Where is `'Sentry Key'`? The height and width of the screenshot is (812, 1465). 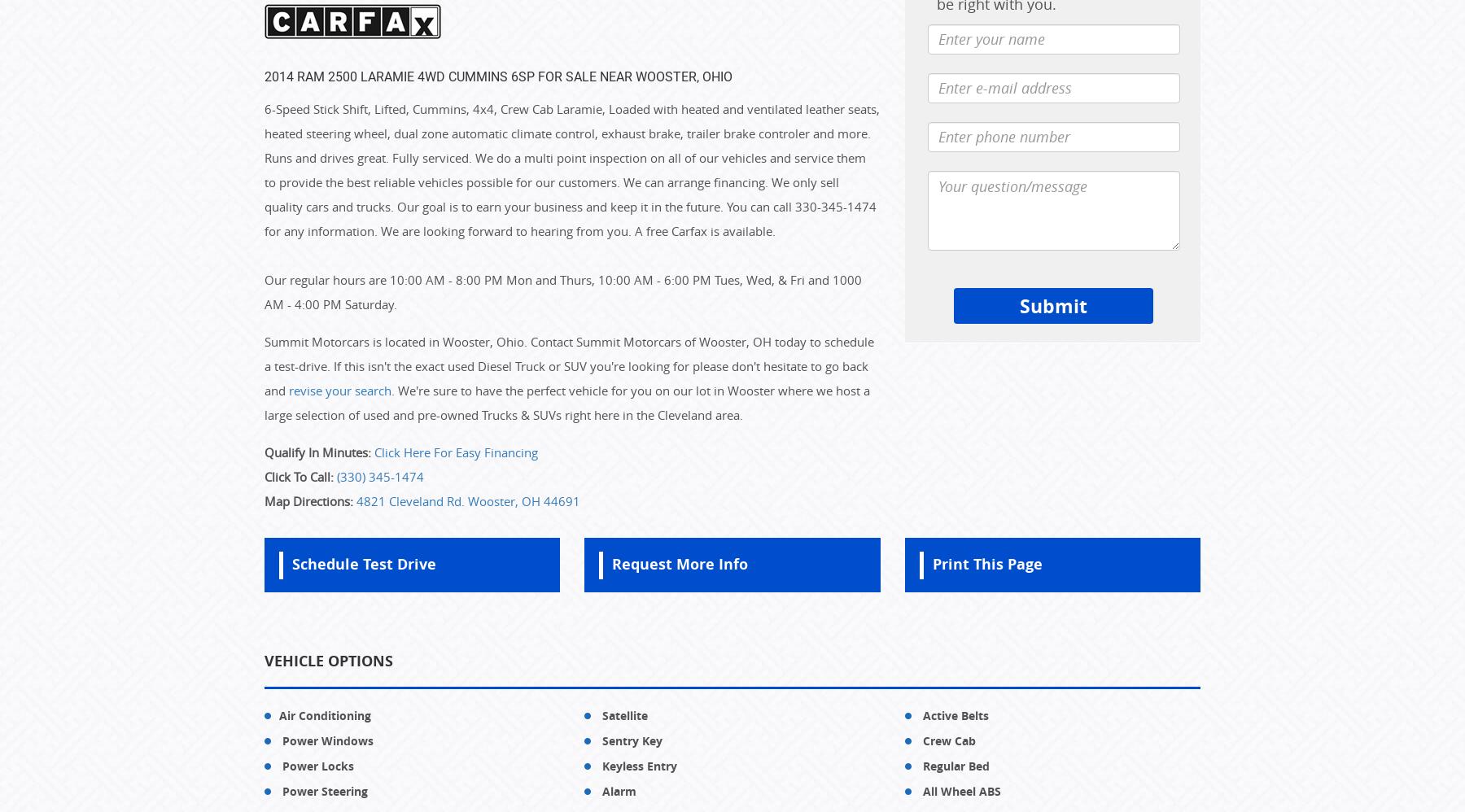 'Sentry Key' is located at coordinates (630, 740).